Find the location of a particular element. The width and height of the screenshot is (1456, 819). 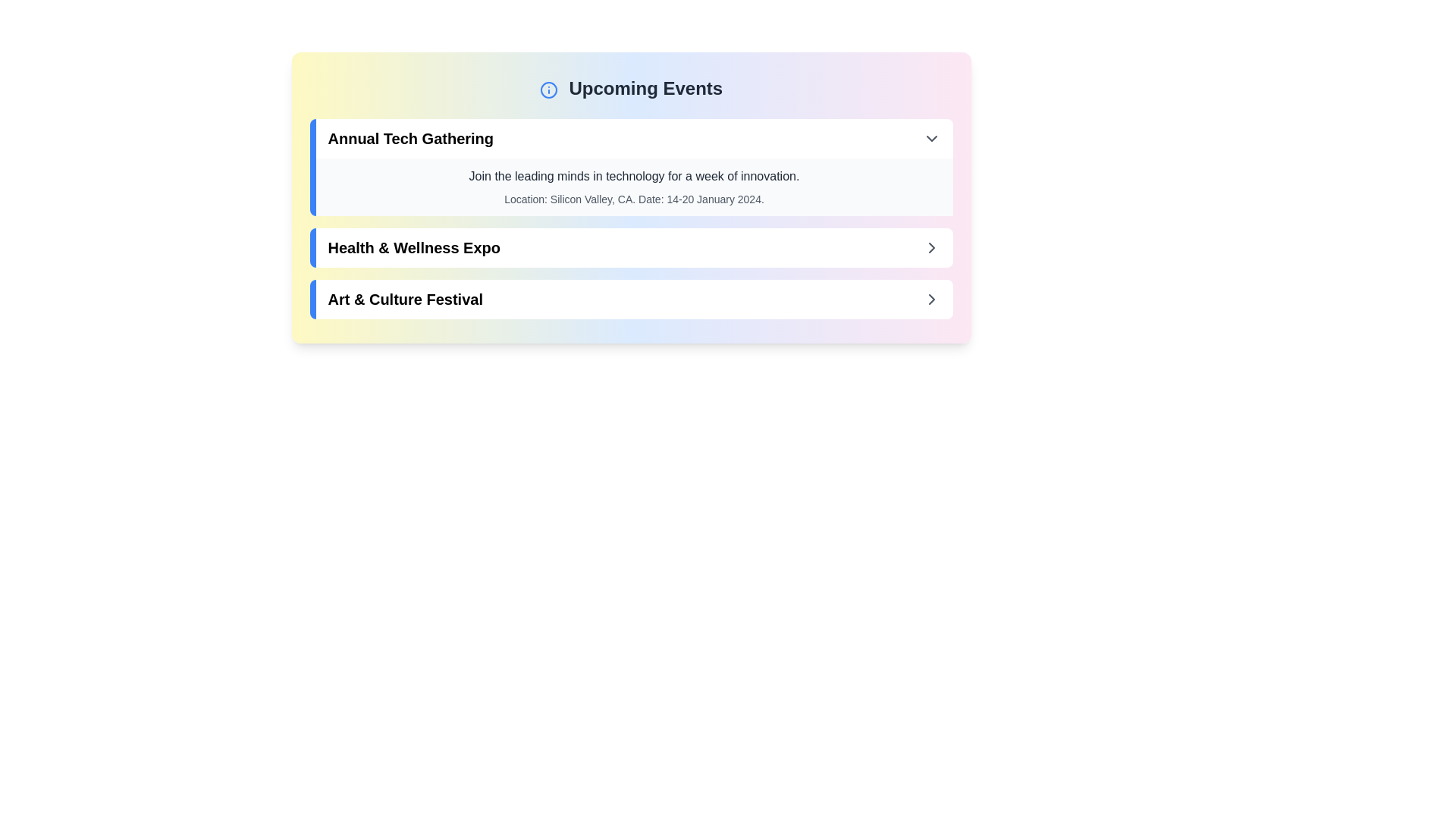

the Text label that serves as the title of the event, located at the top of a card in the 'Upcoming Events' list is located at coordinates (410, 138).